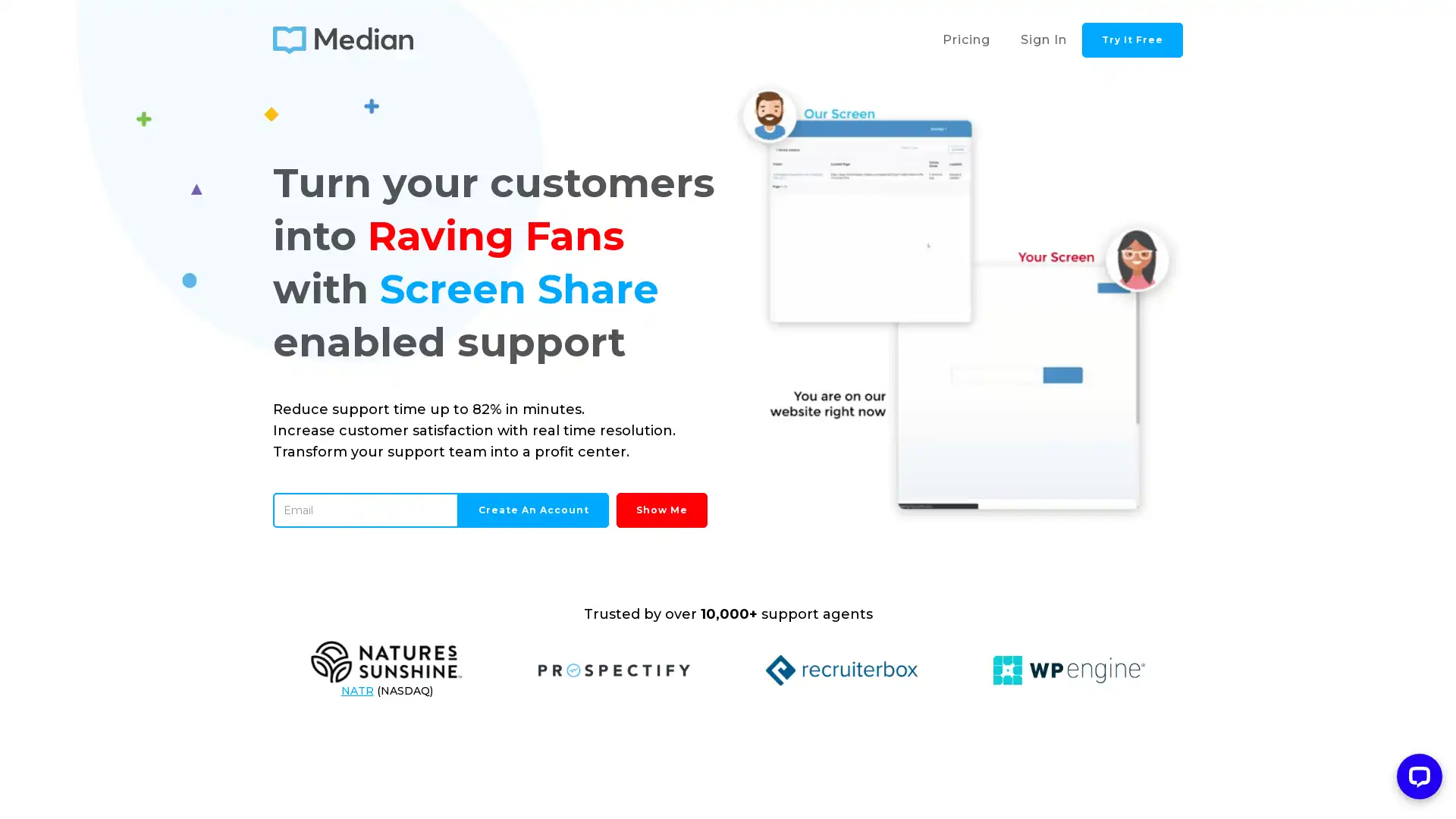 The width and height of the screenshot is (1456, 819). What do you see at coordinates (532, 510) in the screenshot?
I see `Create an Account` at bounding box center [532, 510].